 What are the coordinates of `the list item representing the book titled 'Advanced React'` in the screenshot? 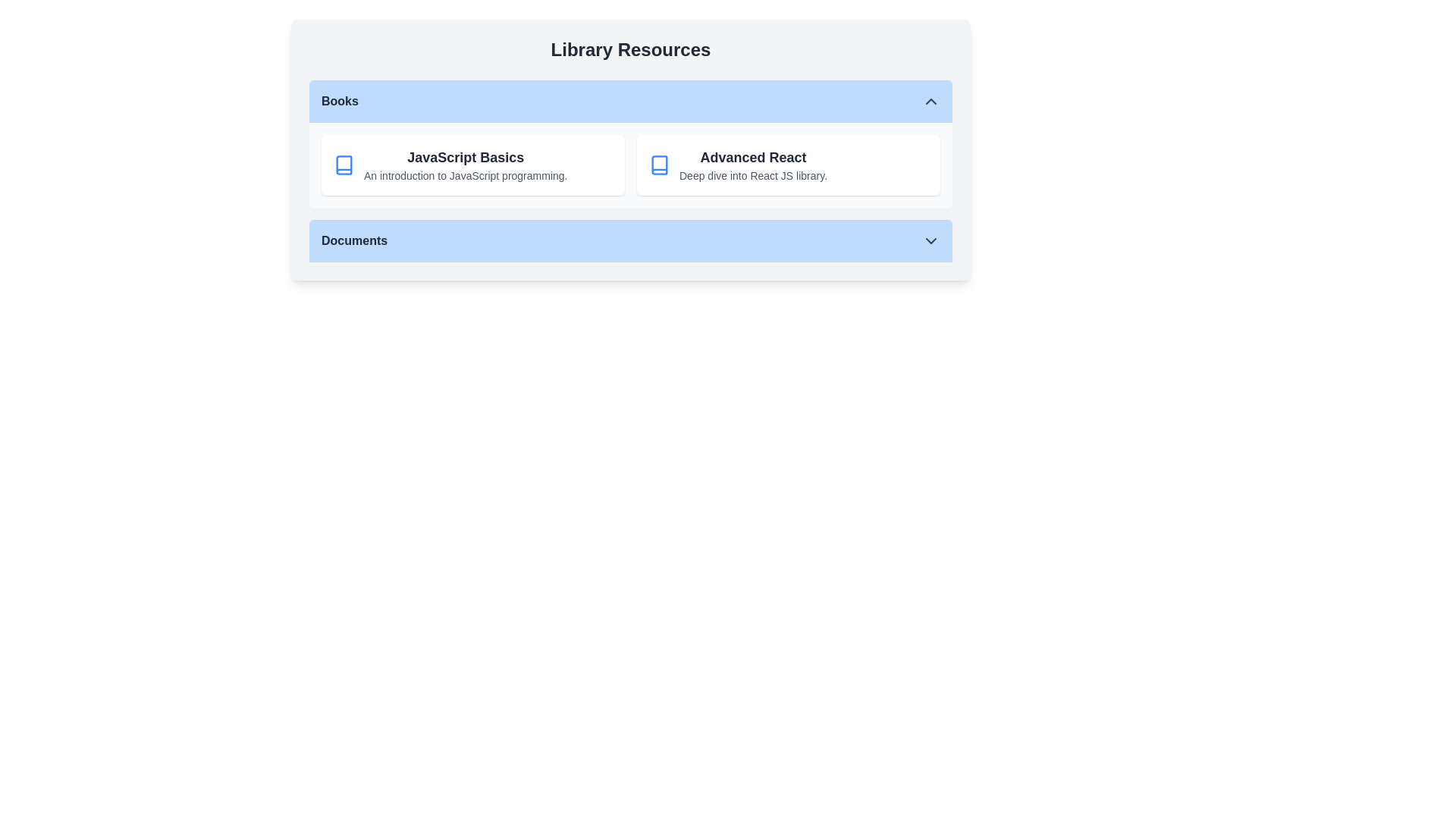 It's located at (789, 165).